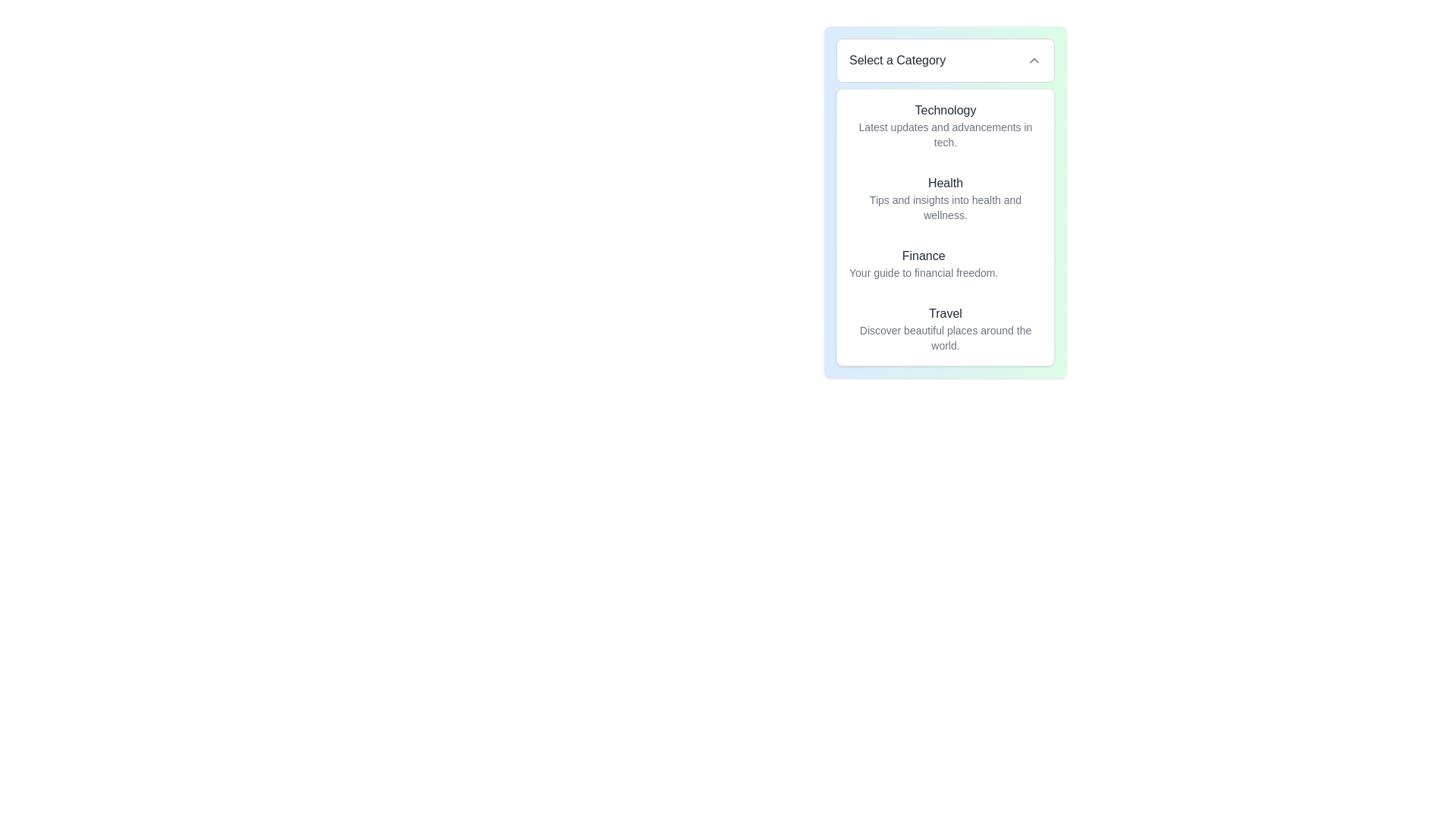  I want to click on the chevron icon located at the rightmost edge of the 'Select a Category' dropdown, so click(1033, 60).